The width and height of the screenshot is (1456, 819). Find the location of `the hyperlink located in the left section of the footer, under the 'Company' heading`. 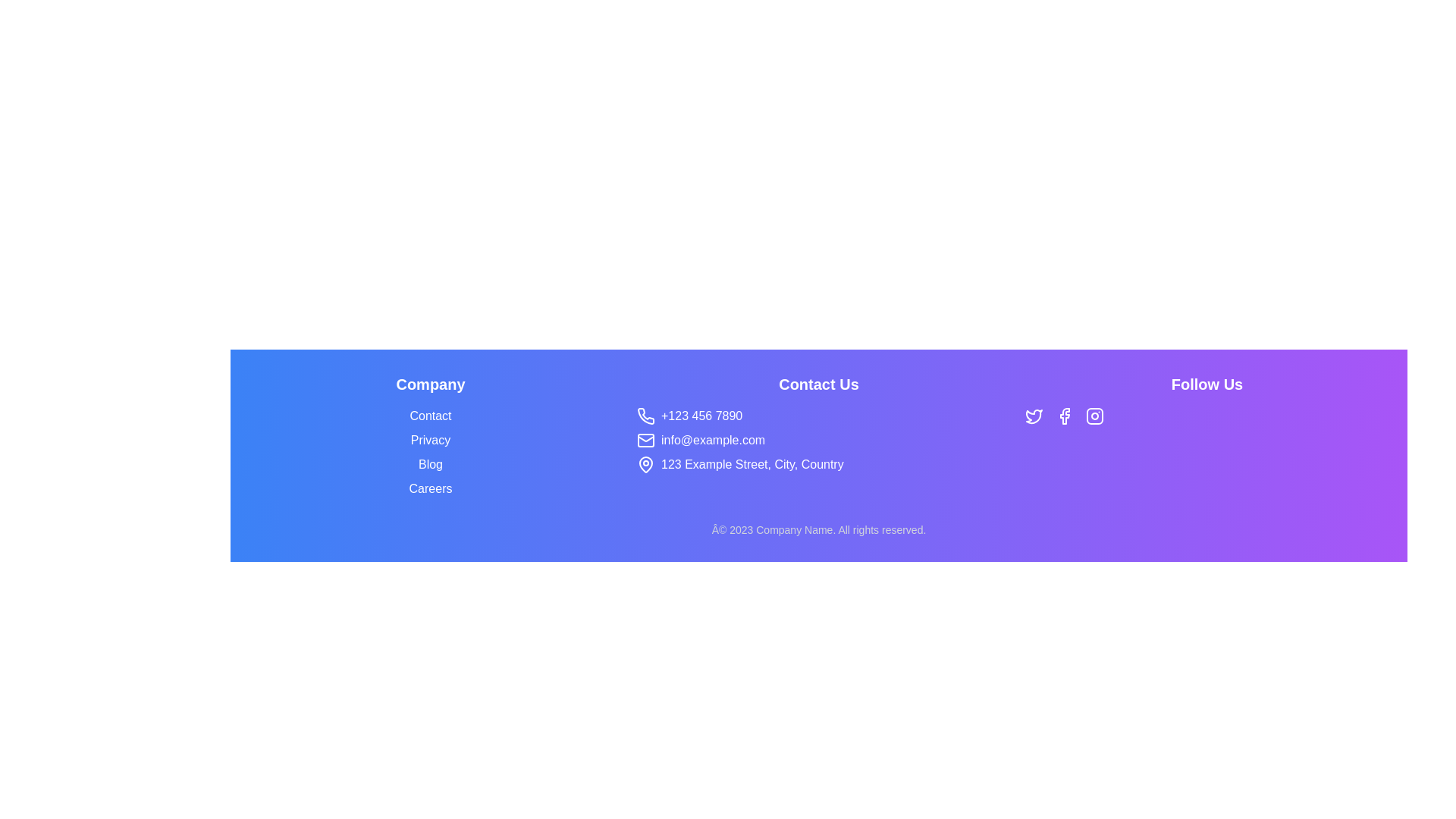

the hyperlink located in the left section of the footer, under the 'Company' heading is located at coordinates (429, 440).